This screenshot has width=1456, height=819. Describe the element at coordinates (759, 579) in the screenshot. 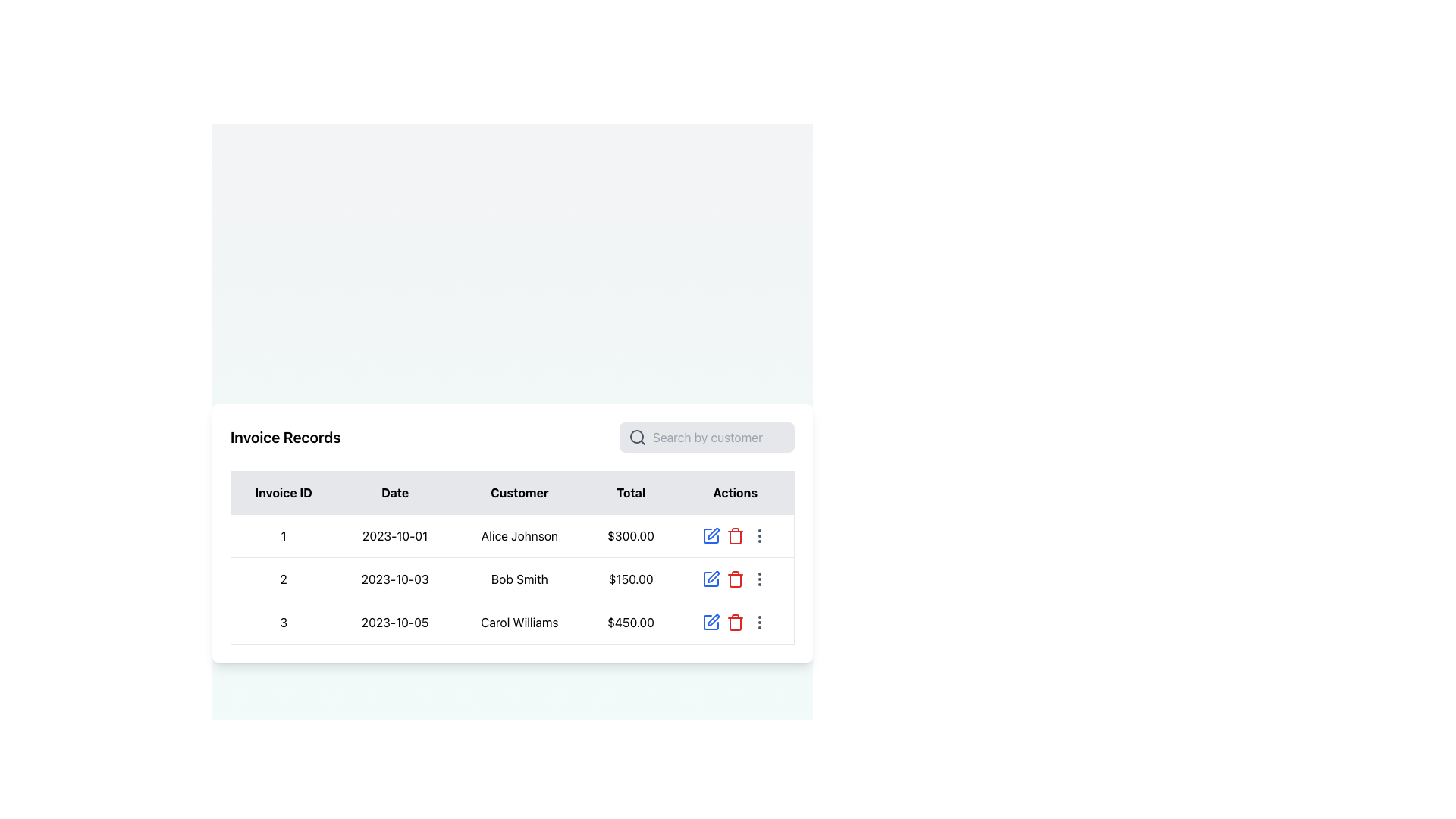

I see `the interactive button in the 'Actions' column for the record of 'Bob Smith'` at that location.